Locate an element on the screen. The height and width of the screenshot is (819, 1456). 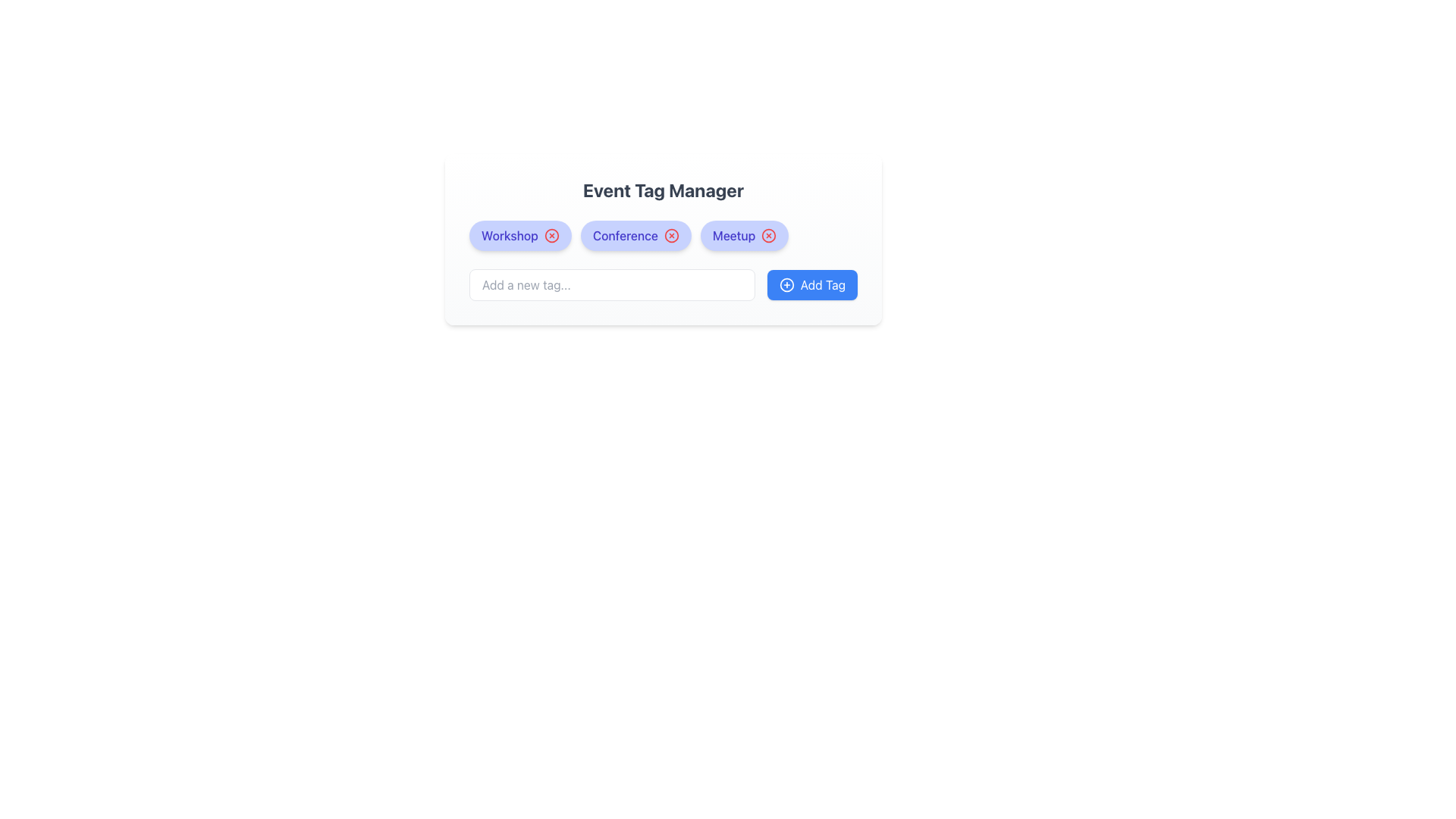
the circular icon button with a red border and 'X' symbol, located to the right of the 'Workshop' label within a rounded purple tag is located at coordinates (551, 236).